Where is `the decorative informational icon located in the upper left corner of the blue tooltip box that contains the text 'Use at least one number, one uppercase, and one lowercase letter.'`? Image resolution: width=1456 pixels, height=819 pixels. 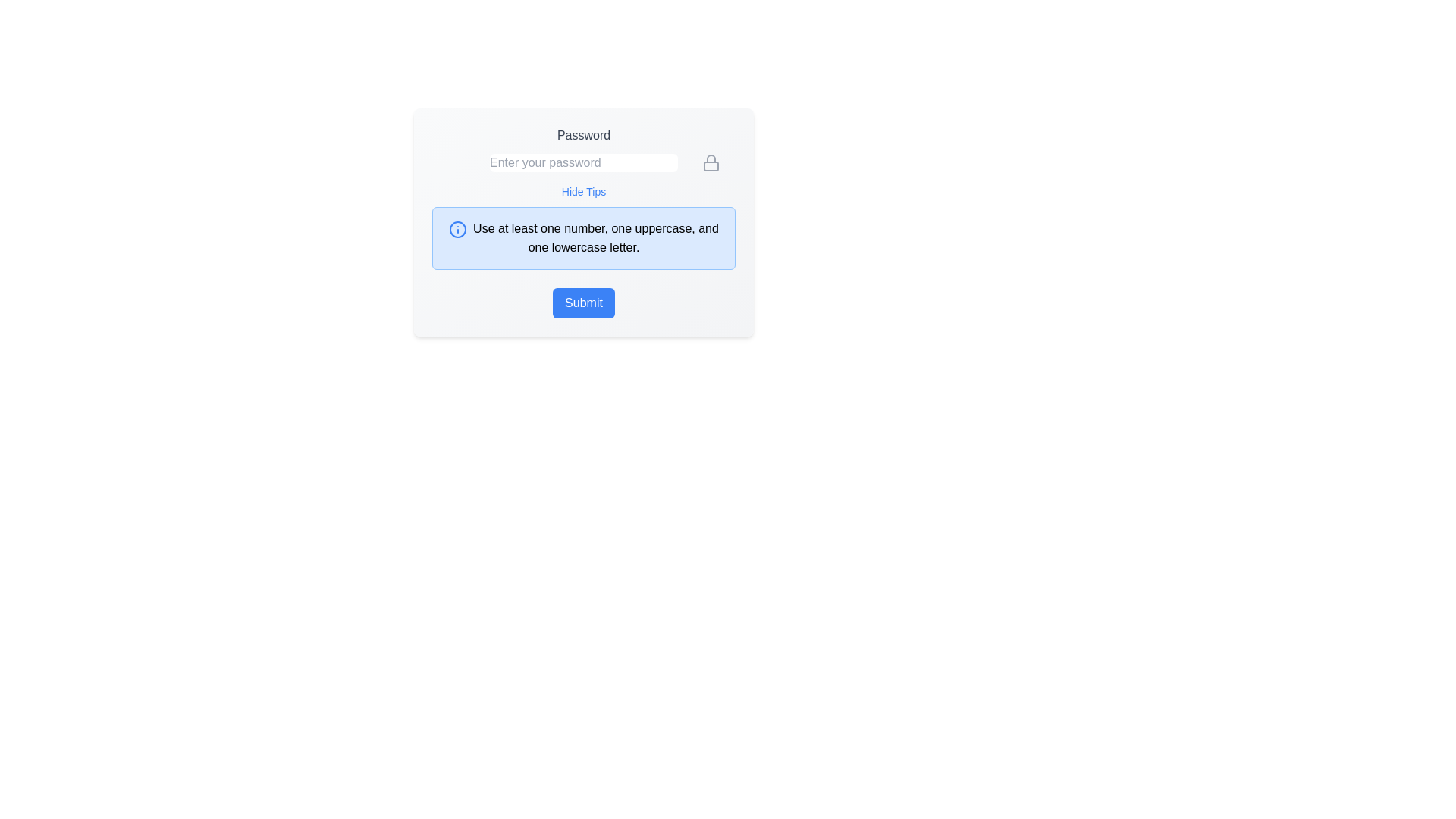 the decorative informational icon located in the upper left corner of the blue tooltip box that contains the text 'Use at least one number, one uppercase, and one lowercase letter.' is located at coordinates (457, 229).